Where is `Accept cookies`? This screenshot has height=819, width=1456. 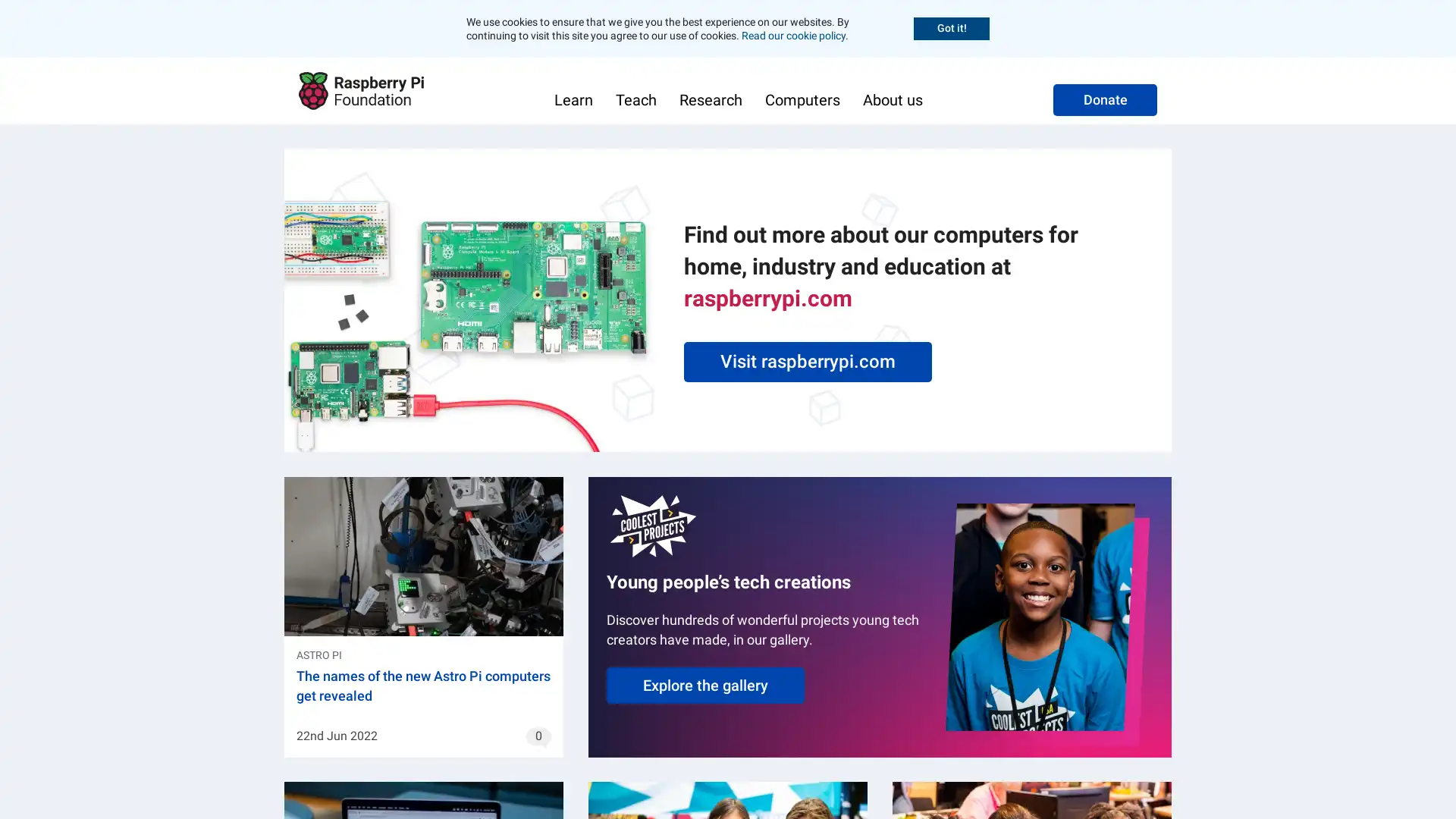 Accept cookies is located at coordinates (950, 28).